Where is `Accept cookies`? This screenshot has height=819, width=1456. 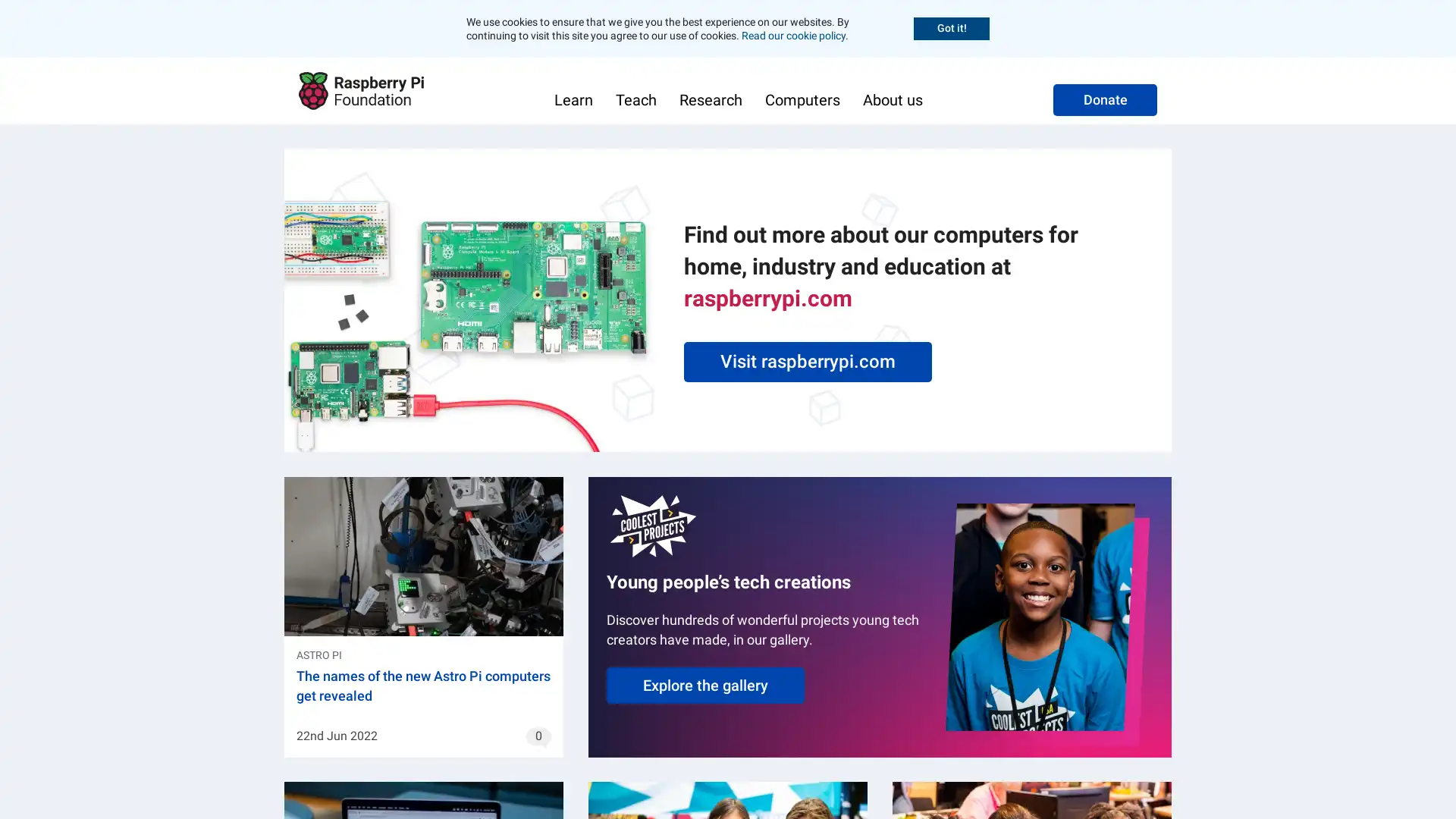 Accept cookies is located at coordinates (950, 28).